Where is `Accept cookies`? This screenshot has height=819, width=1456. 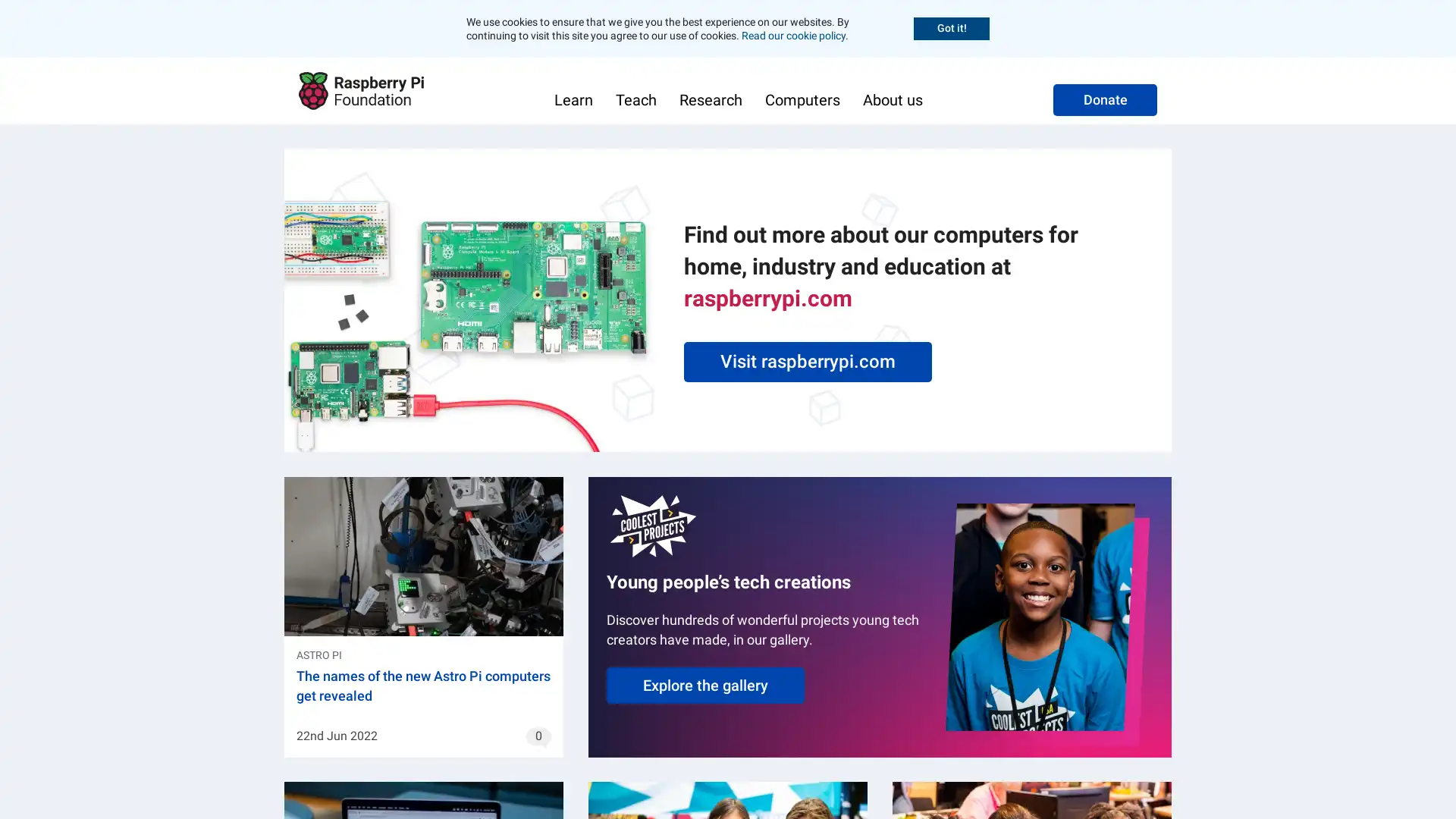 Accept cookies is located at coordinates (950, 28).